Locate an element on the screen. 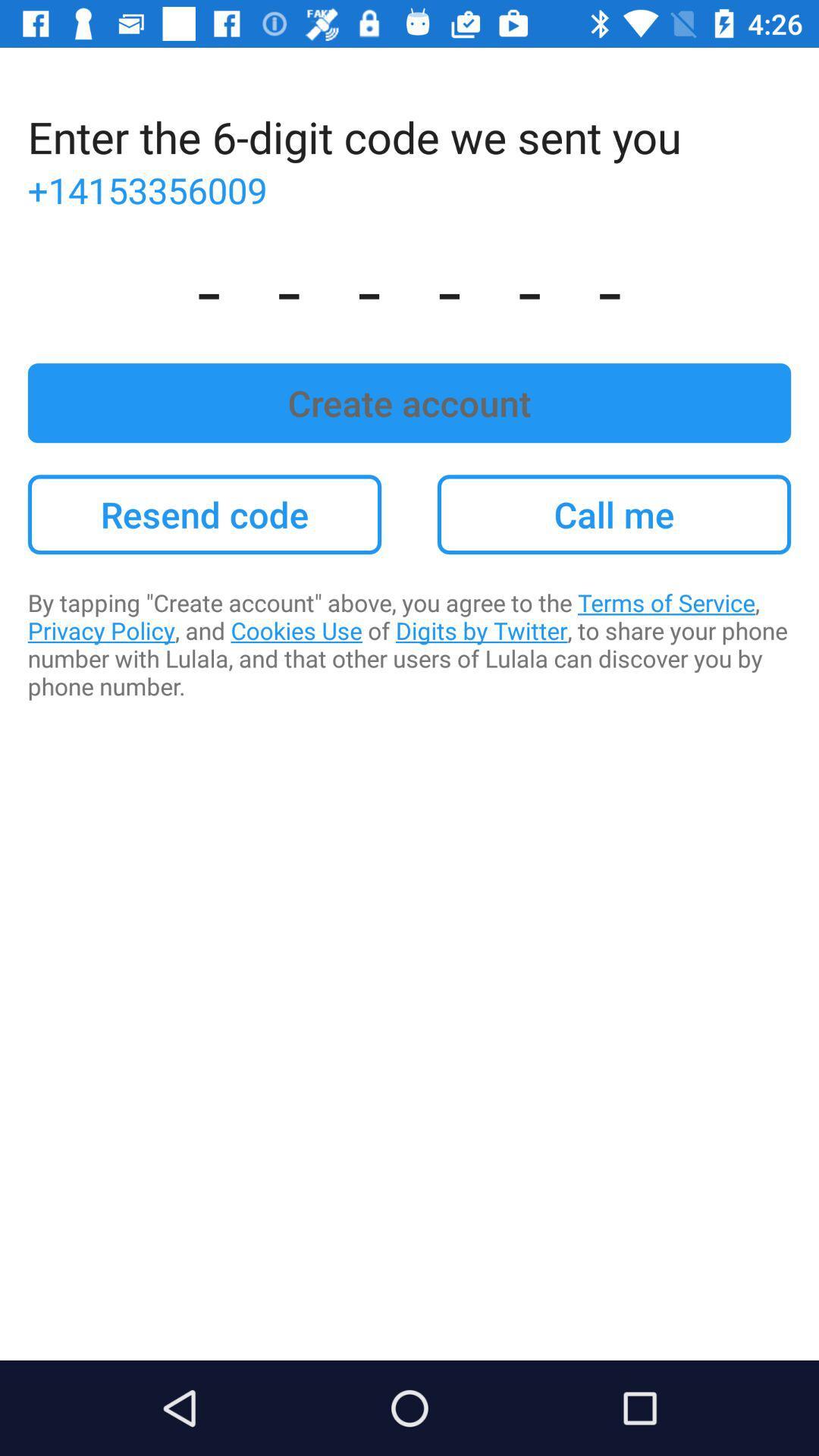 The width and height of the screenshot is (819, 1456). item below +14153356009 is located at coordinates (409, 288).